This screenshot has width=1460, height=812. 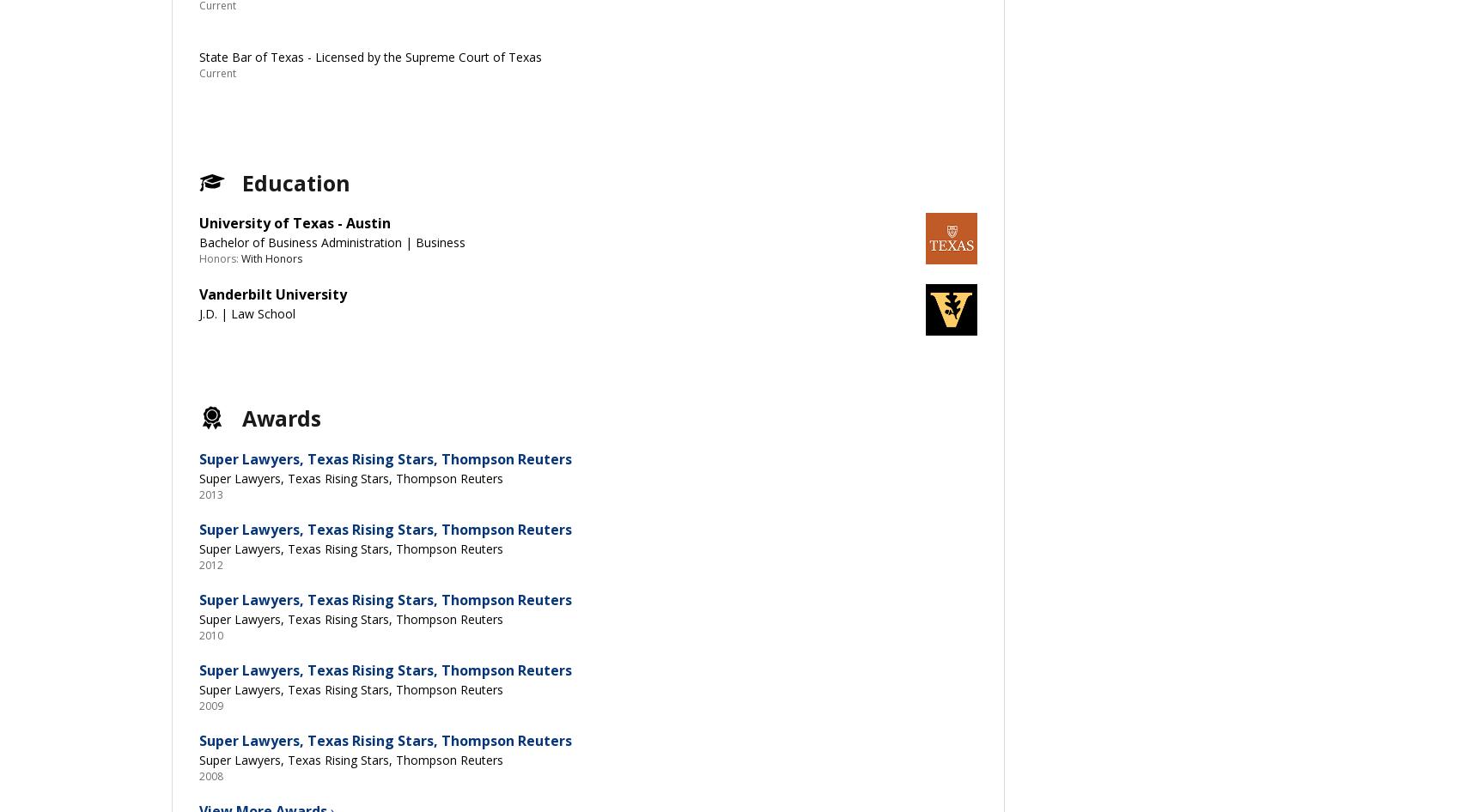 What do you see at coordinates (280, 416) in the screenshot?
I see `'Awards'` at bounding box center [280, 416].